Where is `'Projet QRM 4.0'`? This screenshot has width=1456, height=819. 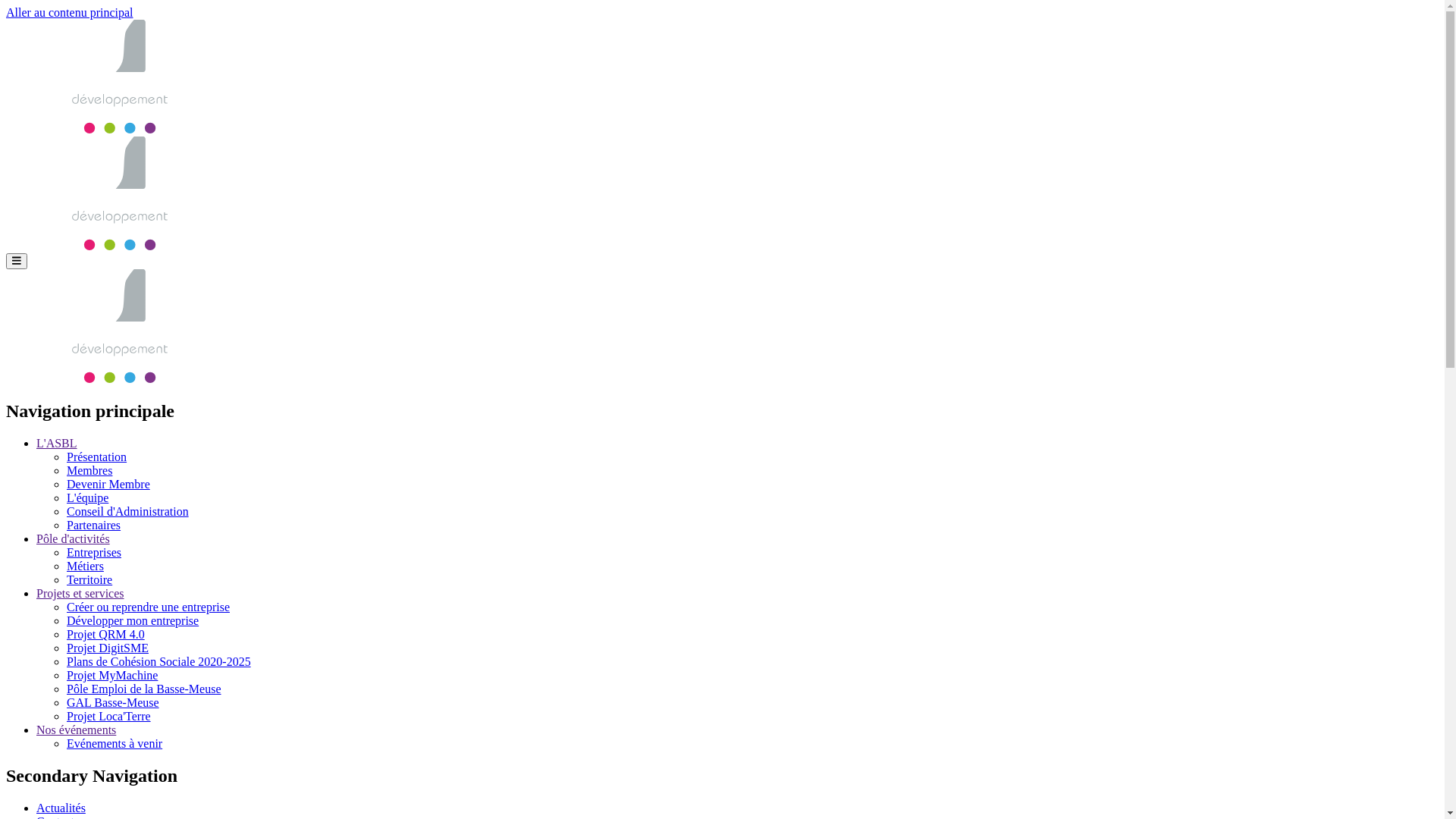 'Projet QRM 4.0' is located at coordinates (105, 634).